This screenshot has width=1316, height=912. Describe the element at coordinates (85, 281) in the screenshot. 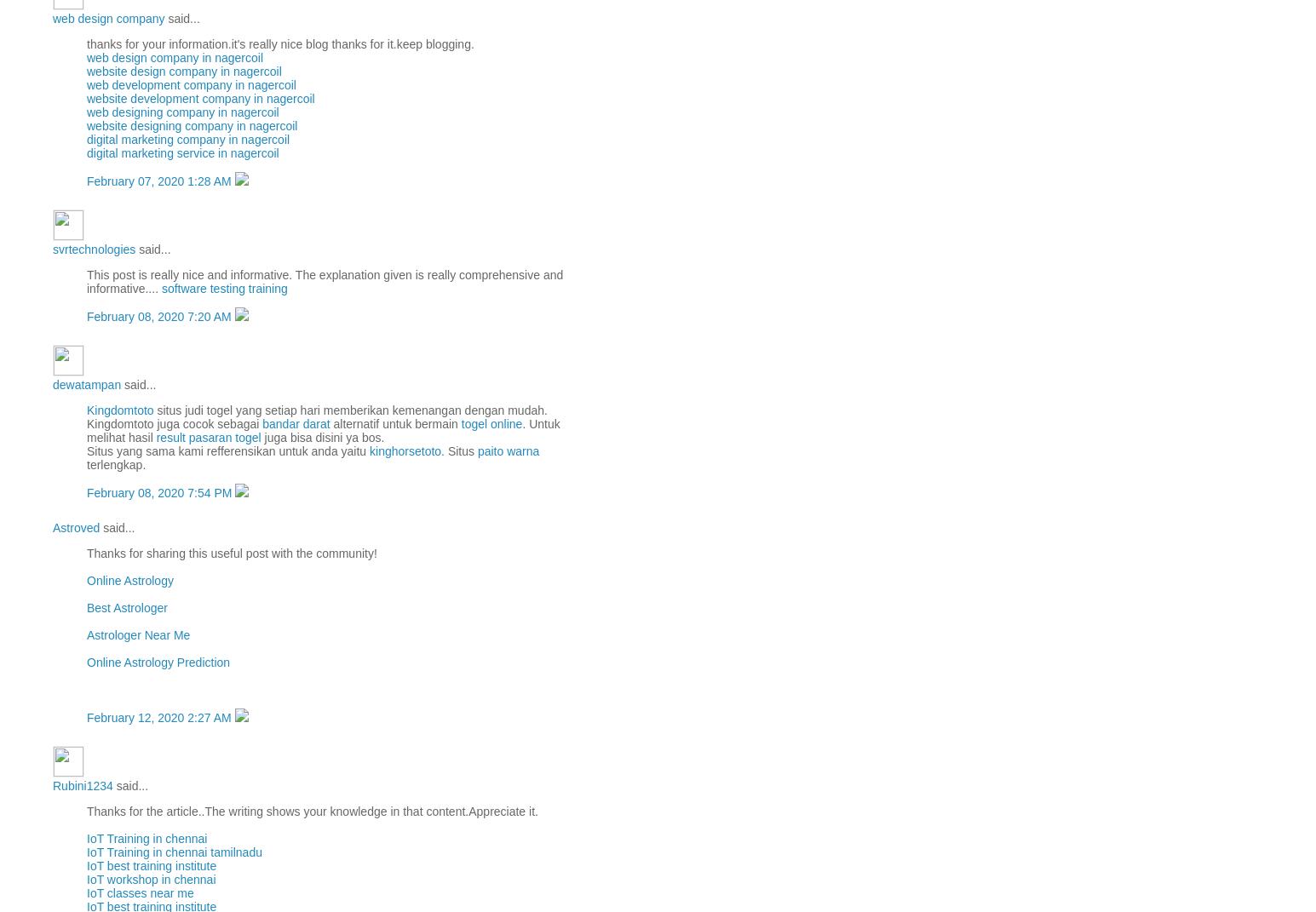

I see `'This post is really nice and informative. The explanation given is really comprehensive and informative....'` at that location.